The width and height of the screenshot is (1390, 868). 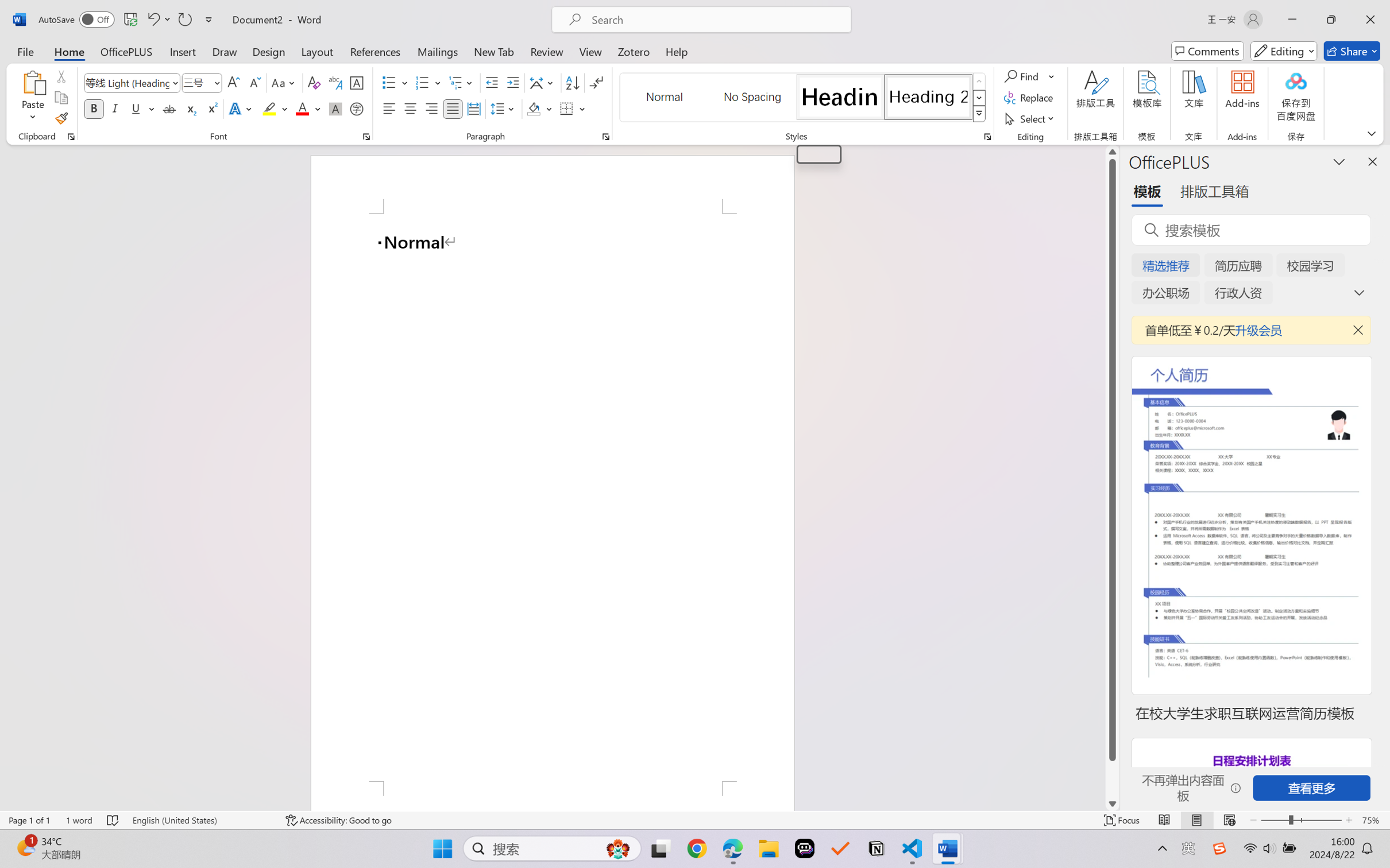 I want to click on 'AutomationID: DynamicSearchBoxGleamImage', so click(x=618, y=848).